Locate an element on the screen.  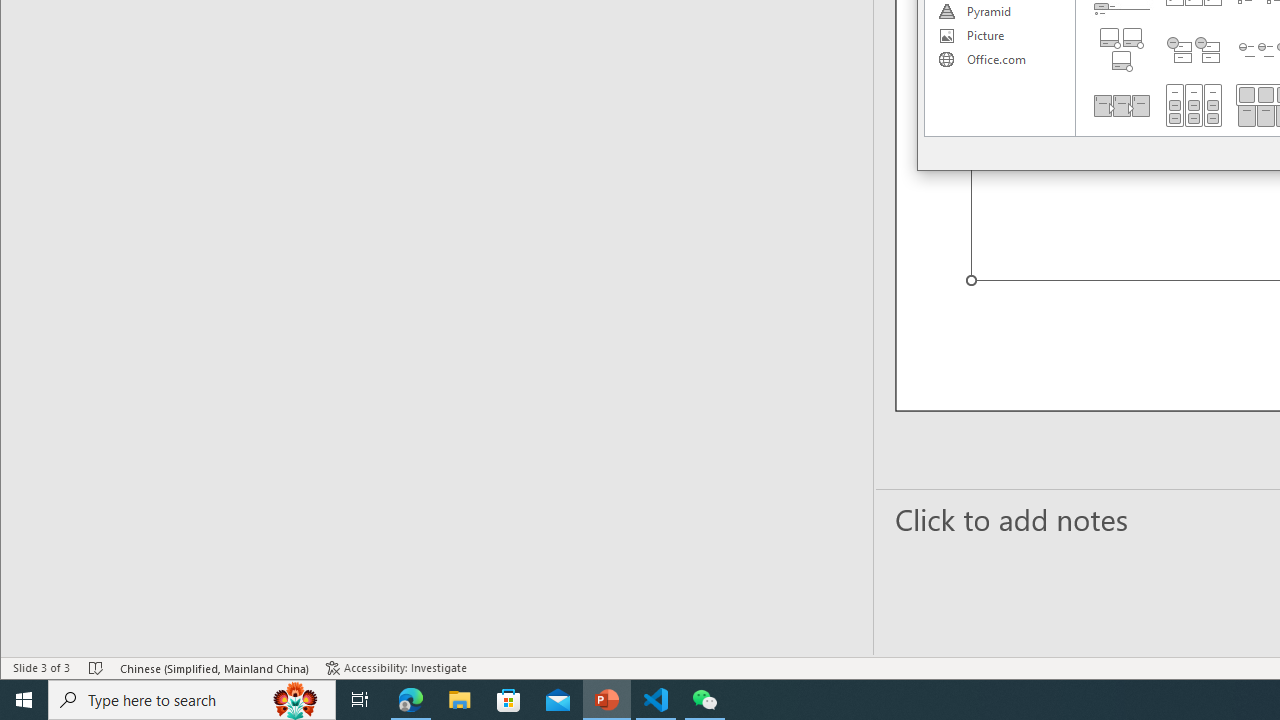
'Picture' is located at coordinates (999, 36).